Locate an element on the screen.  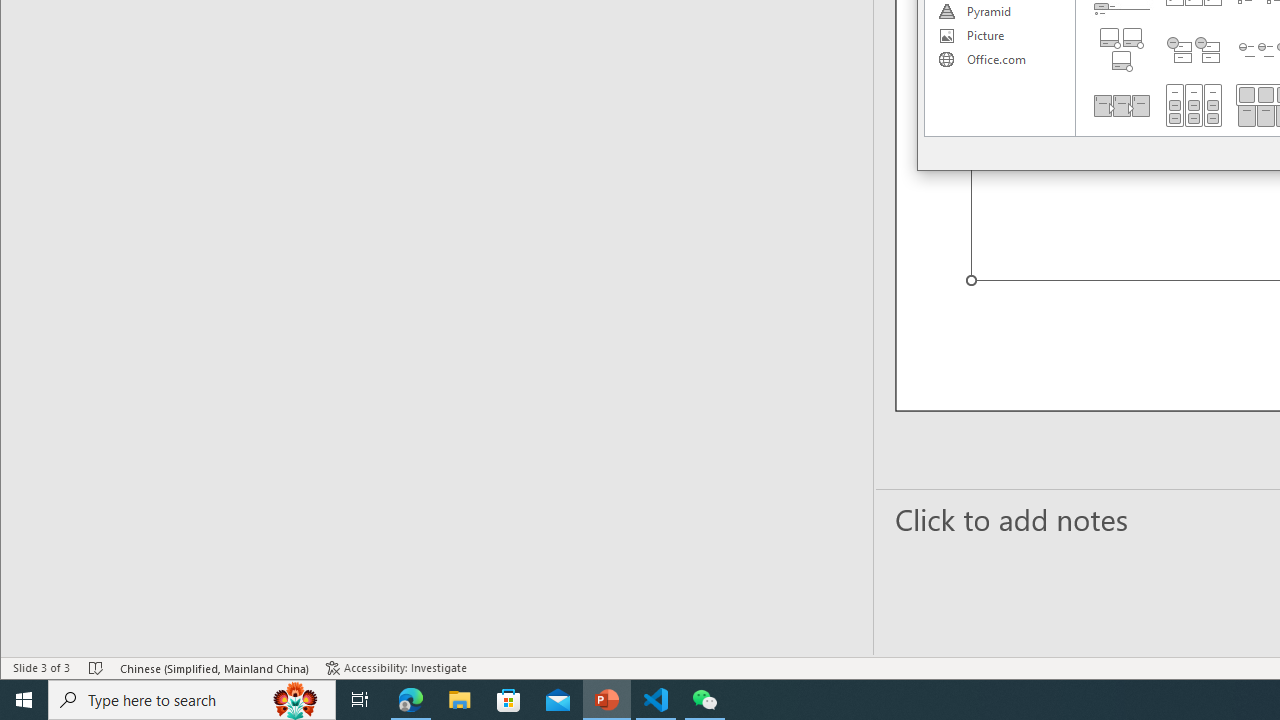
'Picture' is located at coordinates (999, 36).